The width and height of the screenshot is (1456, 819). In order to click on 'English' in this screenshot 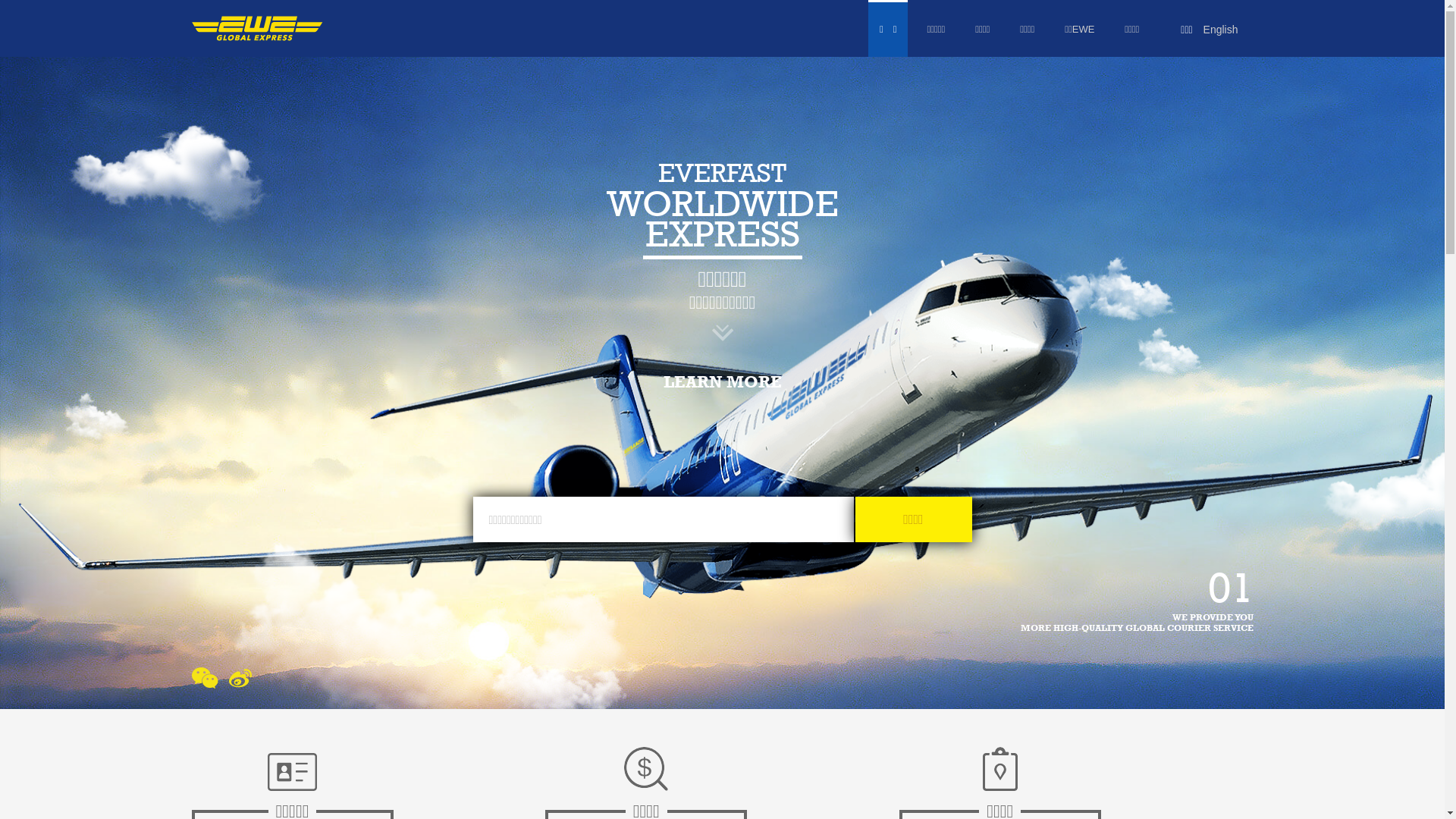, I will do `click(1220, 29)`.